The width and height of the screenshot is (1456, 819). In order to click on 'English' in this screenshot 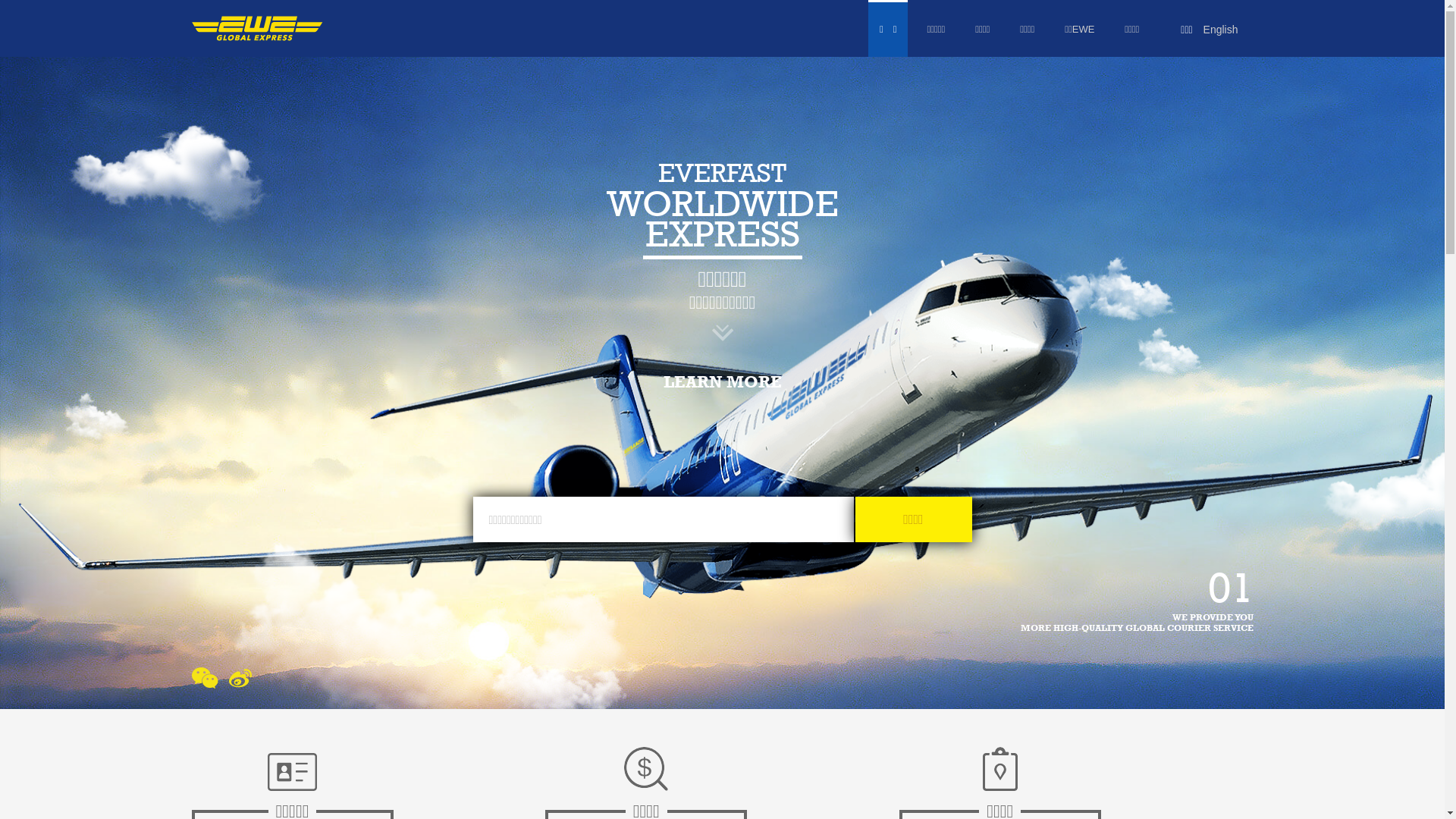, I will do `click(1220, 29)`.